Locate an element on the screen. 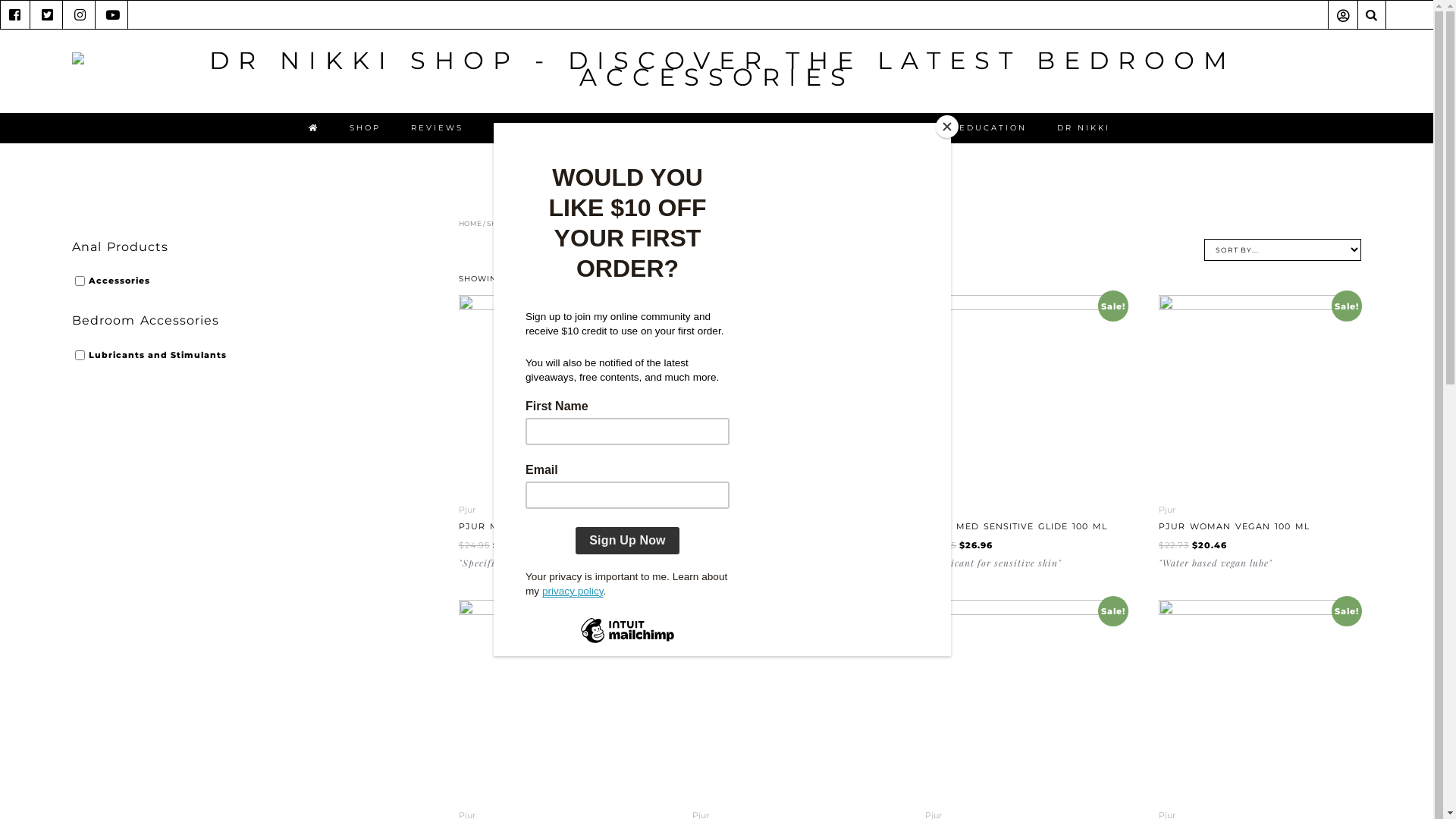 This screenshot has height=819, width=1456. 'DR NIKKI' is located at coordinates (1083, 119).